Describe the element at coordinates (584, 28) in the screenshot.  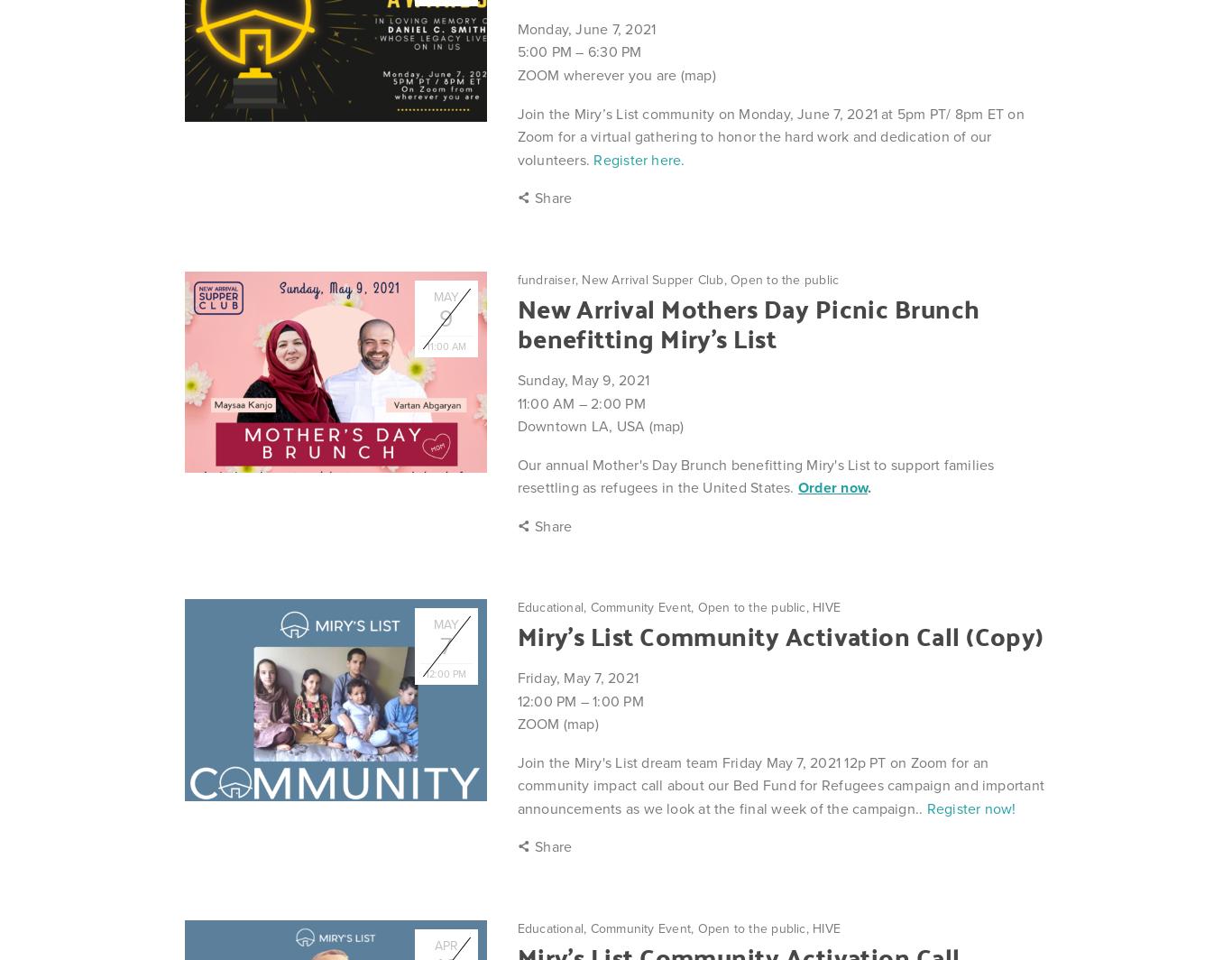
I see `'Monday, June 7, 2021'` at that location.